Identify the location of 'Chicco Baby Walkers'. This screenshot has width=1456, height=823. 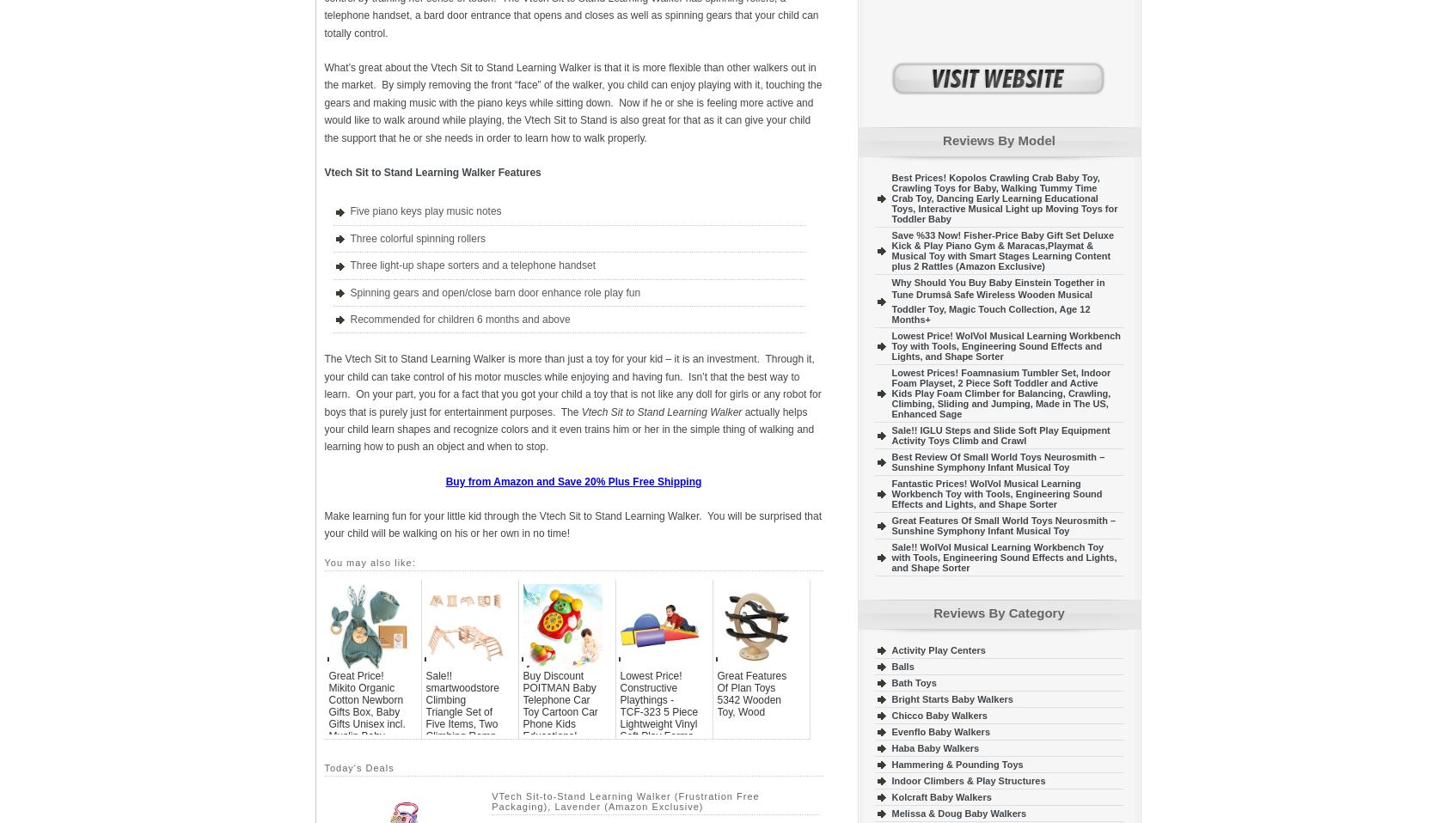
(938, 714).